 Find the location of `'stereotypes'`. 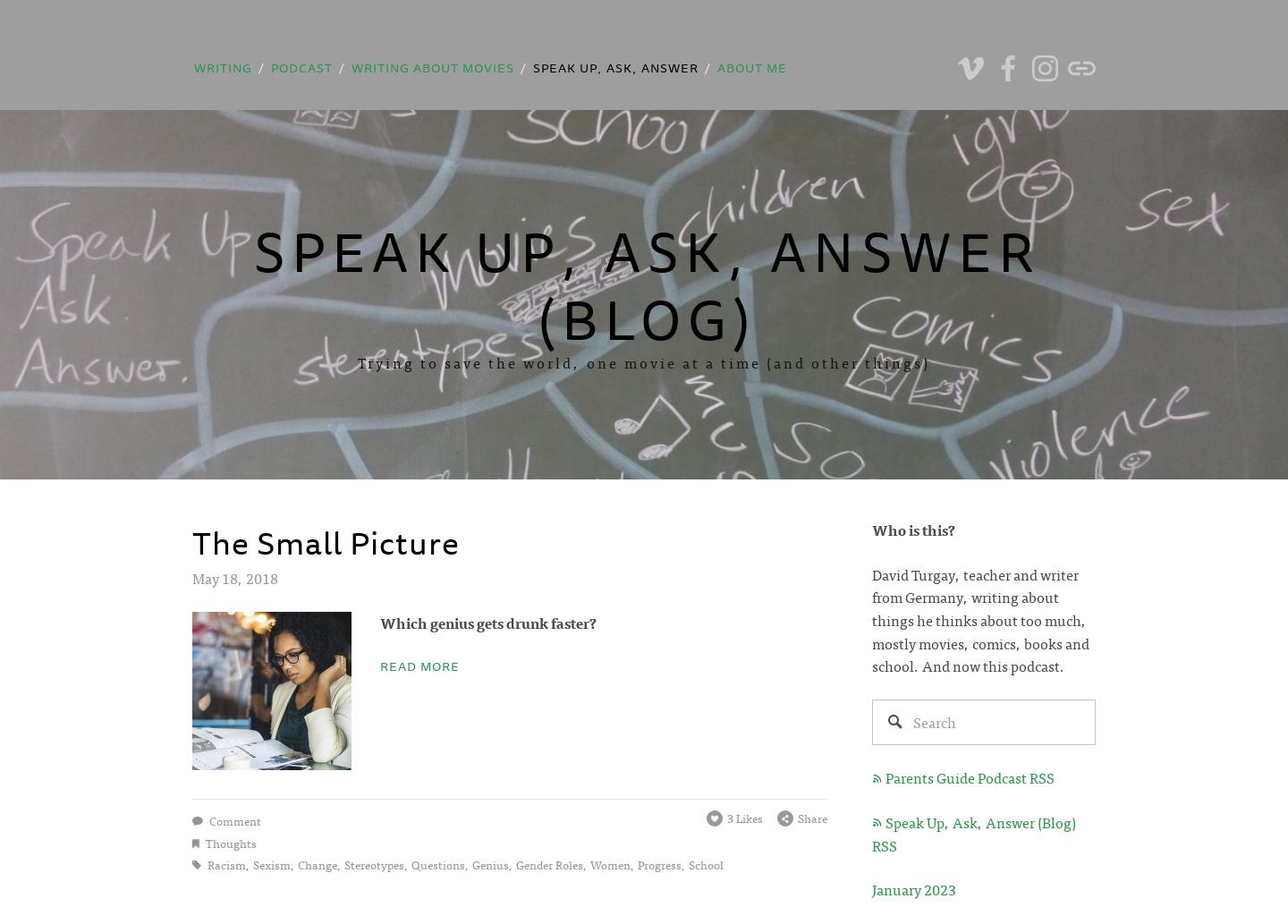

'stereotypes' is located at coordinates (372, 863).